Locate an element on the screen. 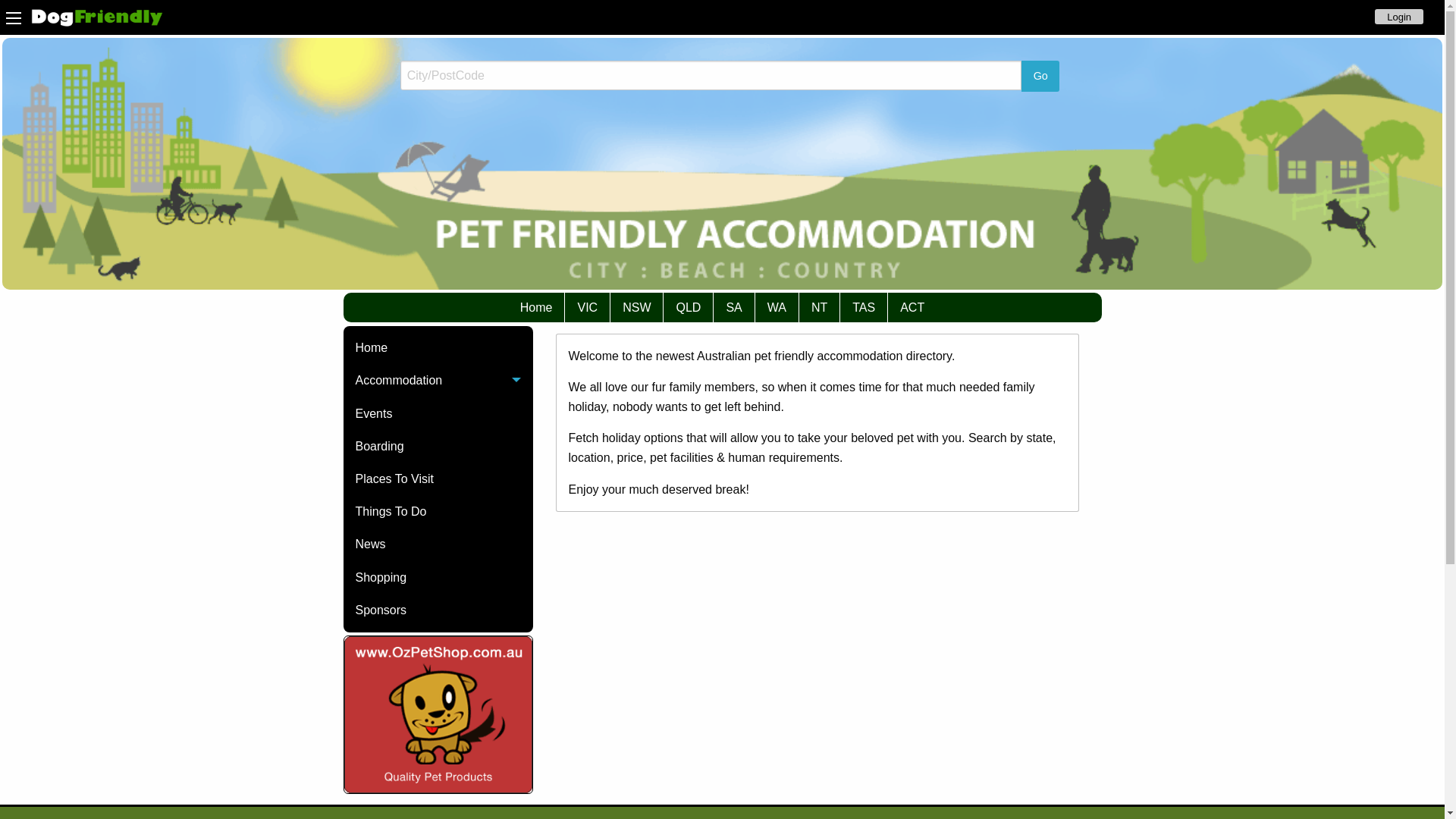 The image size is (1456, 819). 'Shopping' is located at coordinates (341, 577).